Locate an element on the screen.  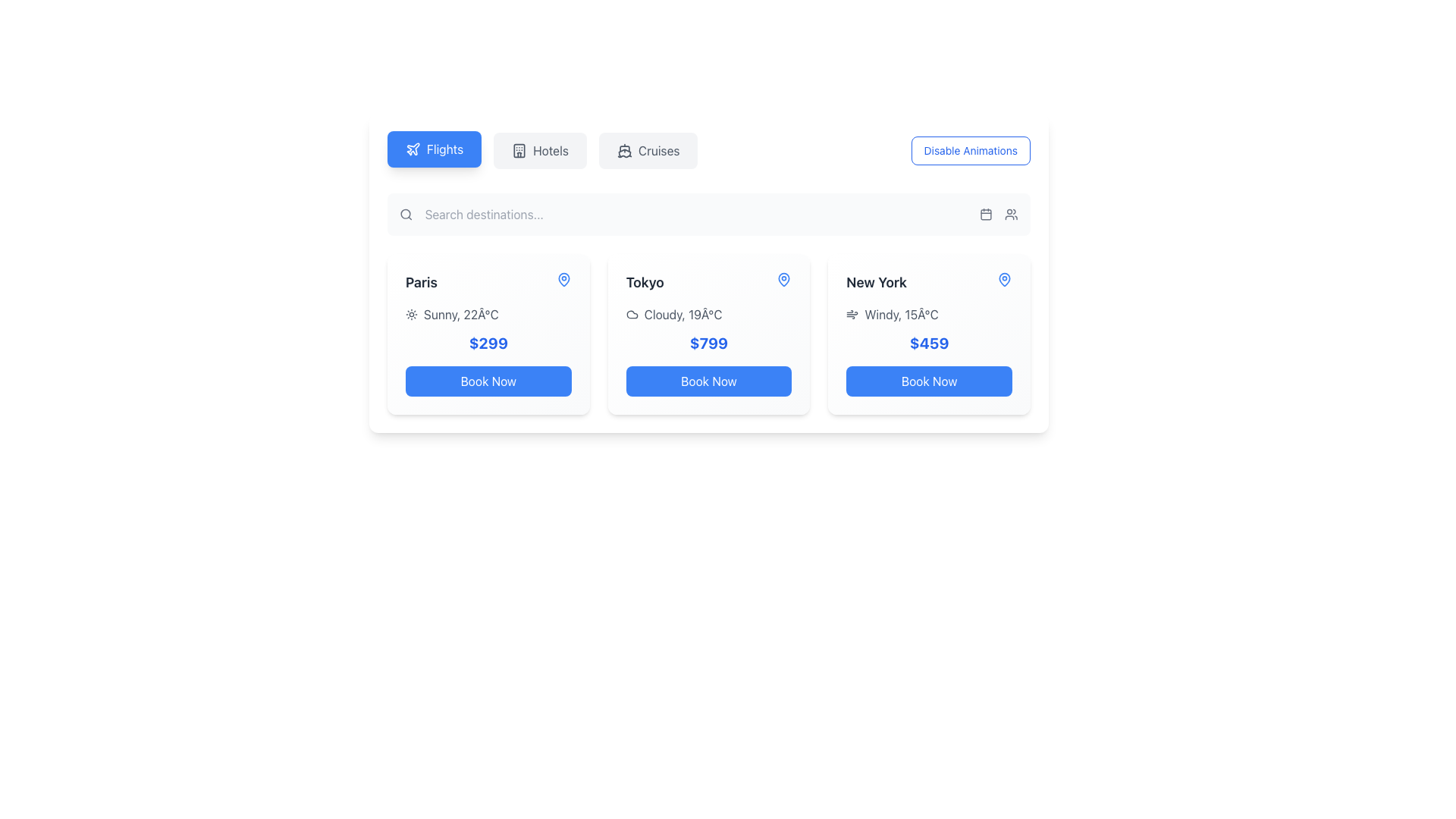
the interactive region of the search icon represented by the SVG circle, which is part of the magnifying glass design near the left side of the search bar is located at coordinates (406, 214).